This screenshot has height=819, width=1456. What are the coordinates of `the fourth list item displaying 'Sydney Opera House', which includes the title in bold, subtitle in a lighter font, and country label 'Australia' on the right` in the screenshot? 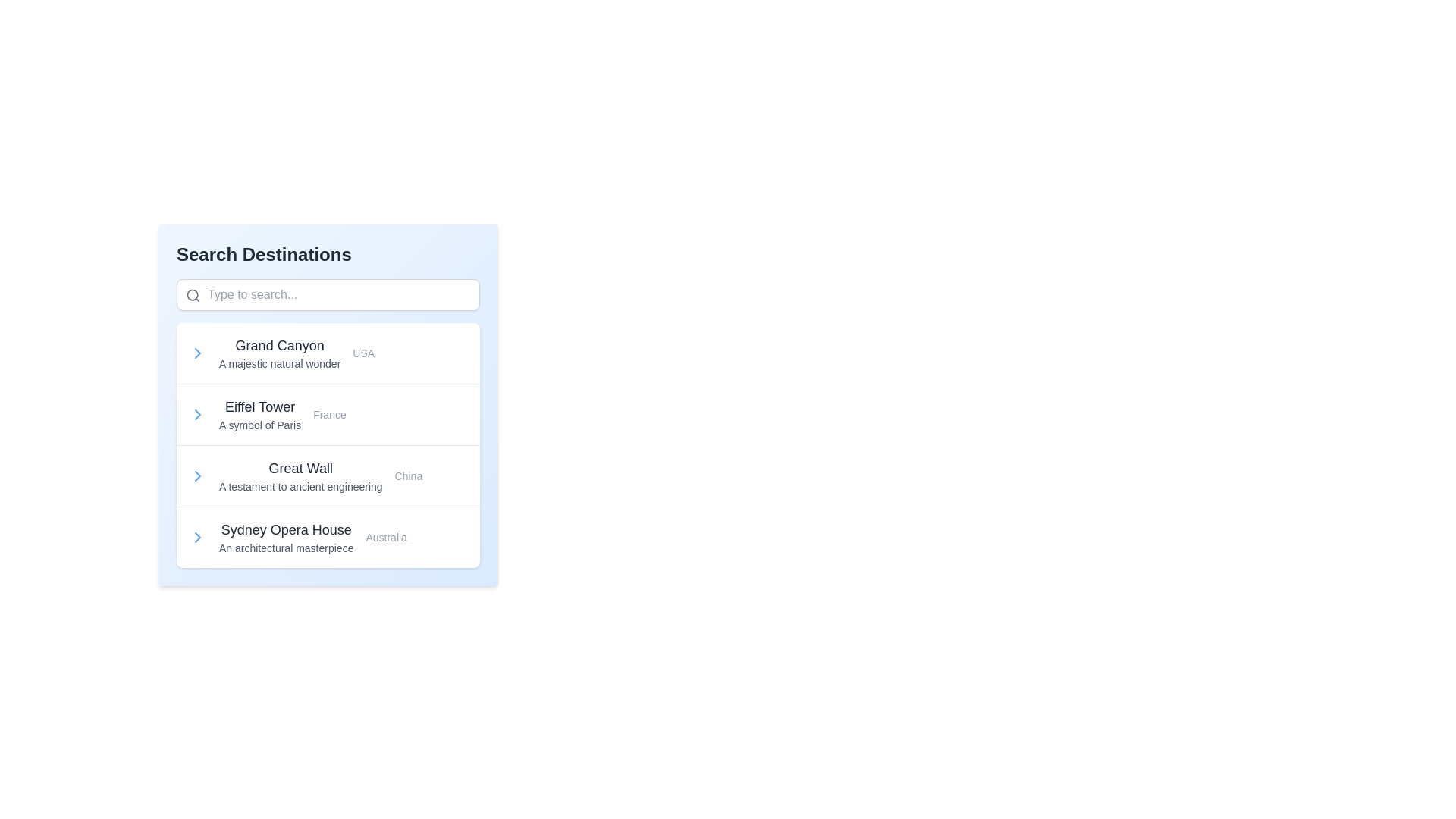 It's located at (327, 536).